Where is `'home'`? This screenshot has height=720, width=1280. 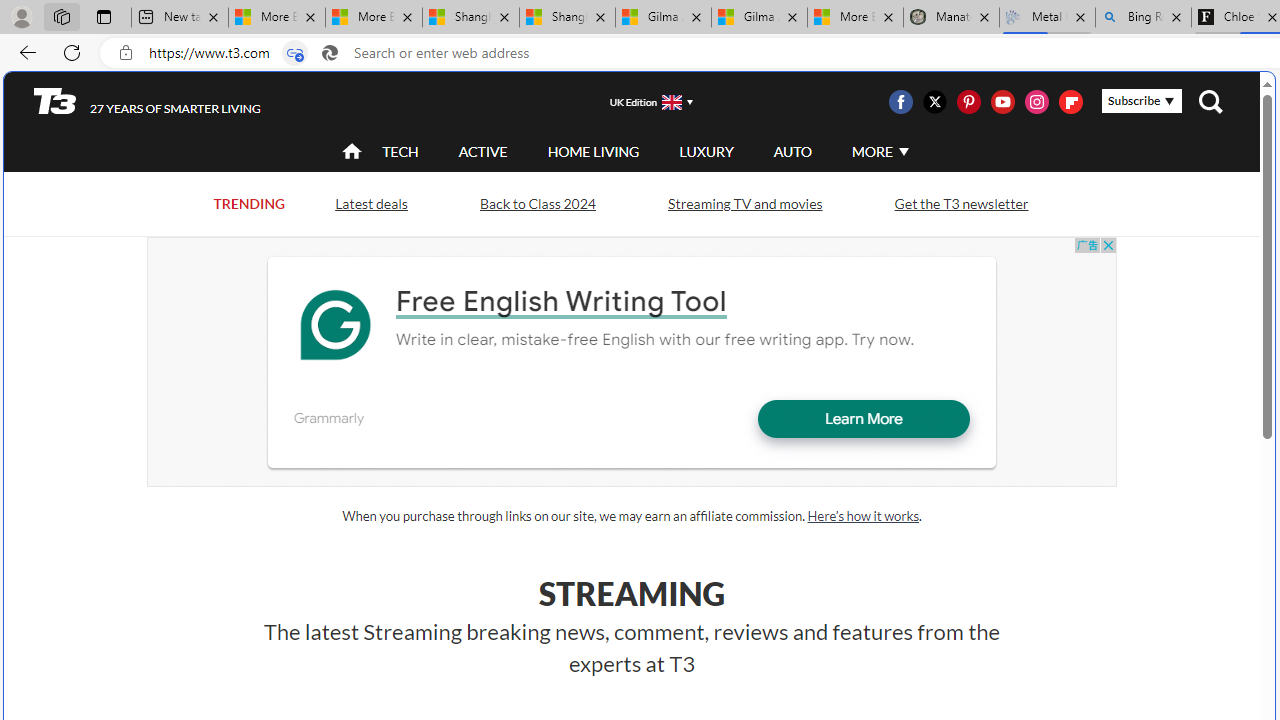
'home' is located at coordinates (352, 152).